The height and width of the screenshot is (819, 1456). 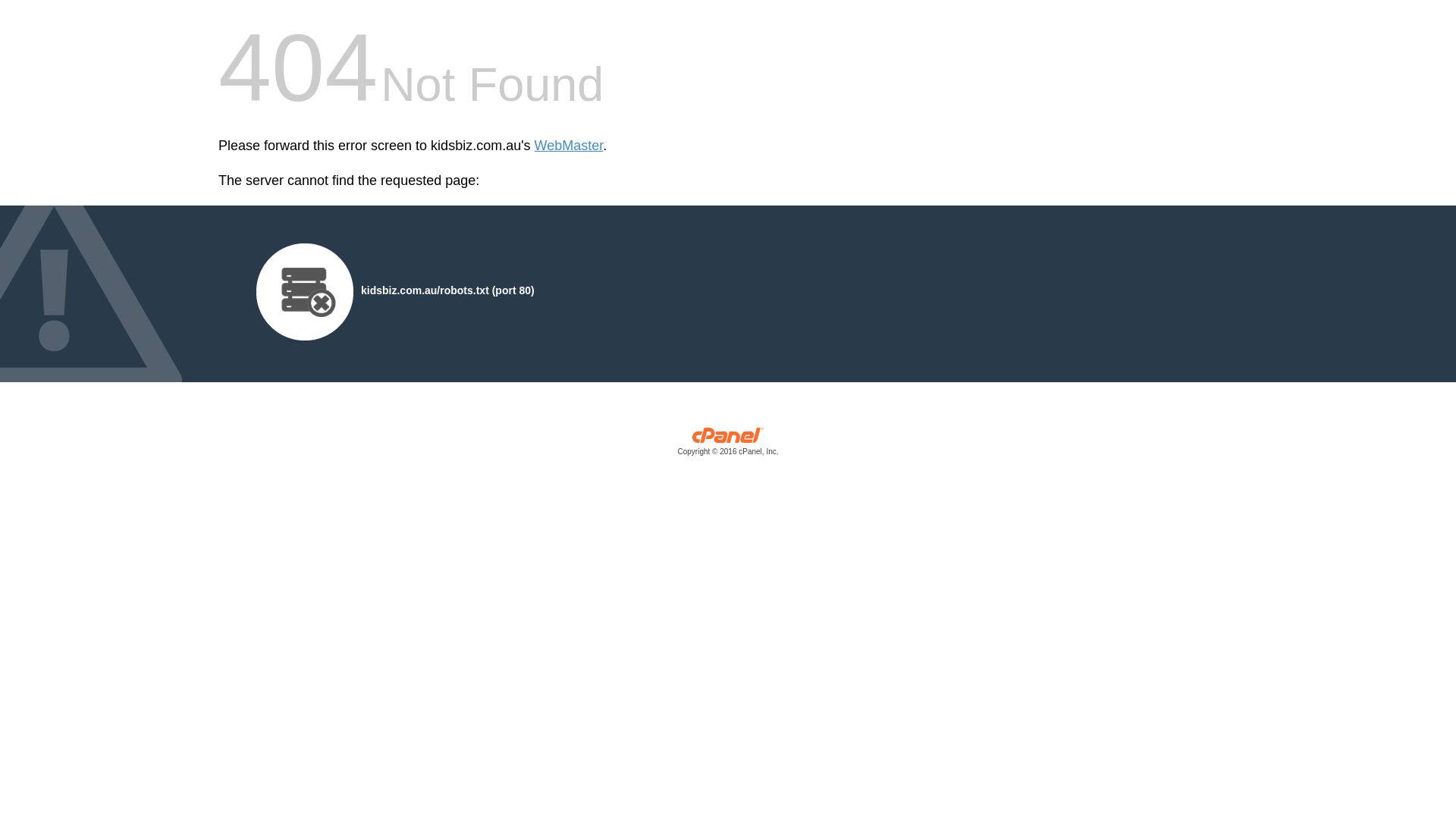 I want to click on 'WebMaster', so click(x=568, y=146).